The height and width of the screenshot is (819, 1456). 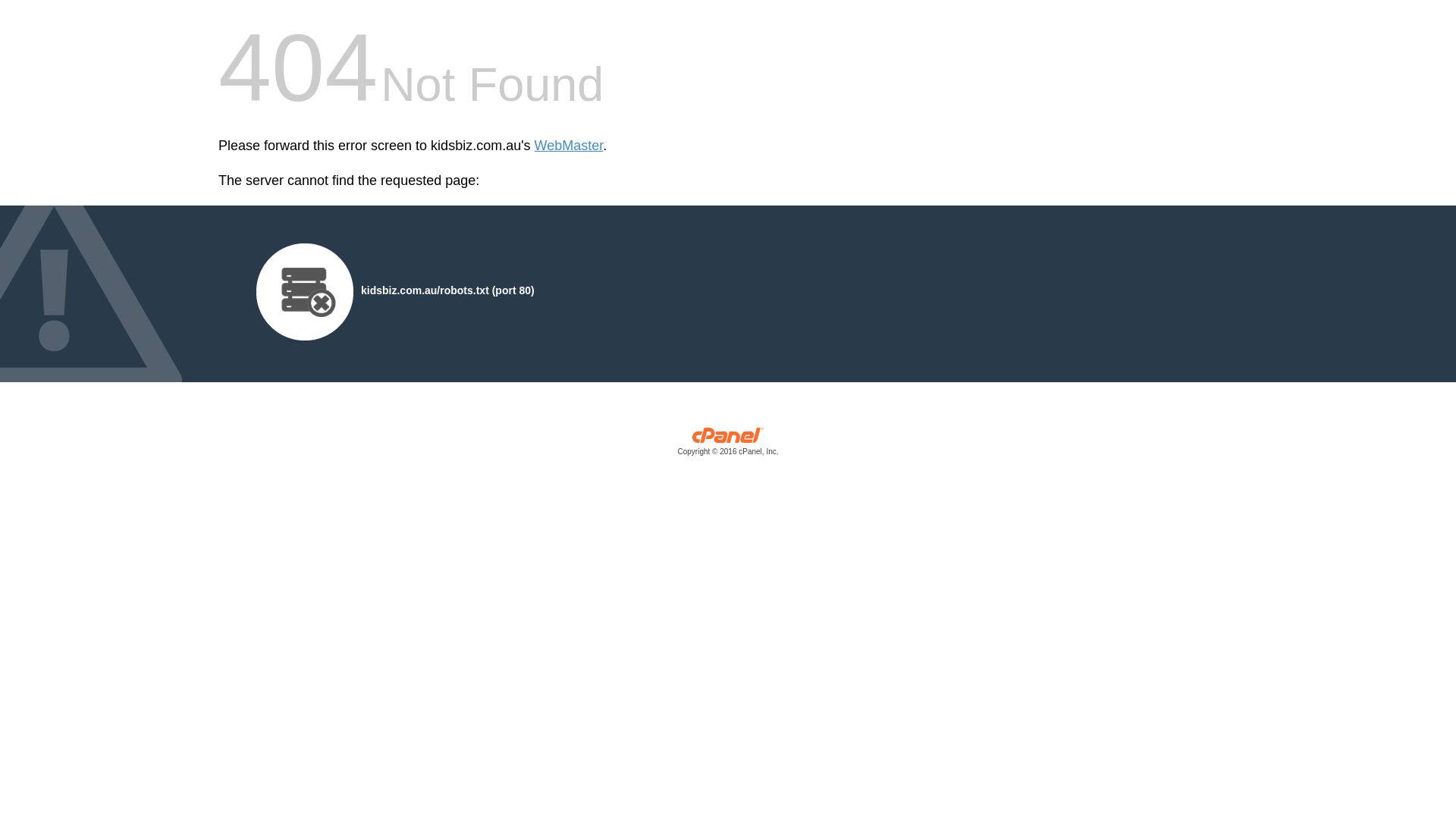 I want to click on 'WebMaster', so click(x=568, y=146).